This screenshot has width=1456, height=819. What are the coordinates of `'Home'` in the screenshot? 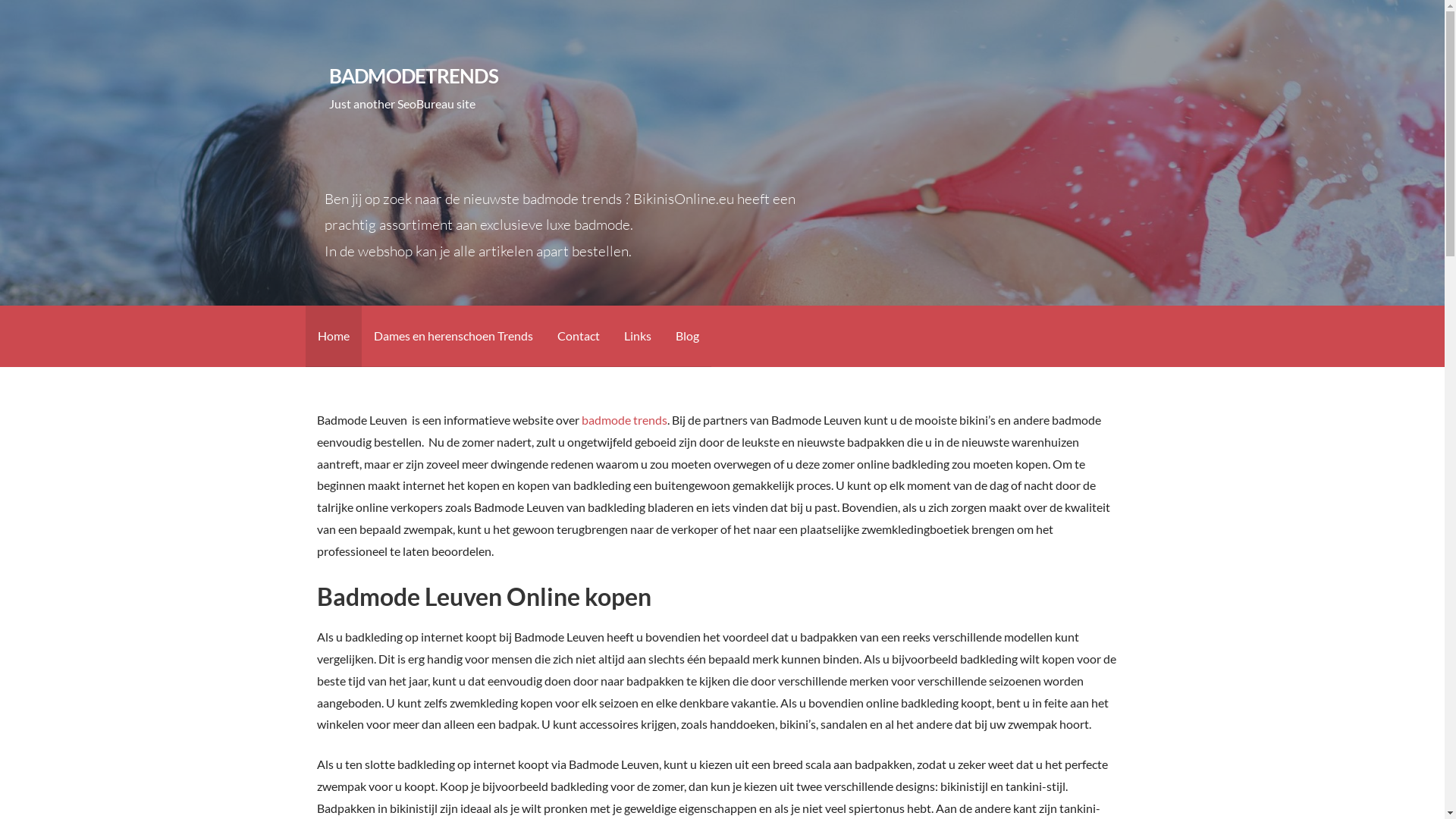 It's located at (331, 335).